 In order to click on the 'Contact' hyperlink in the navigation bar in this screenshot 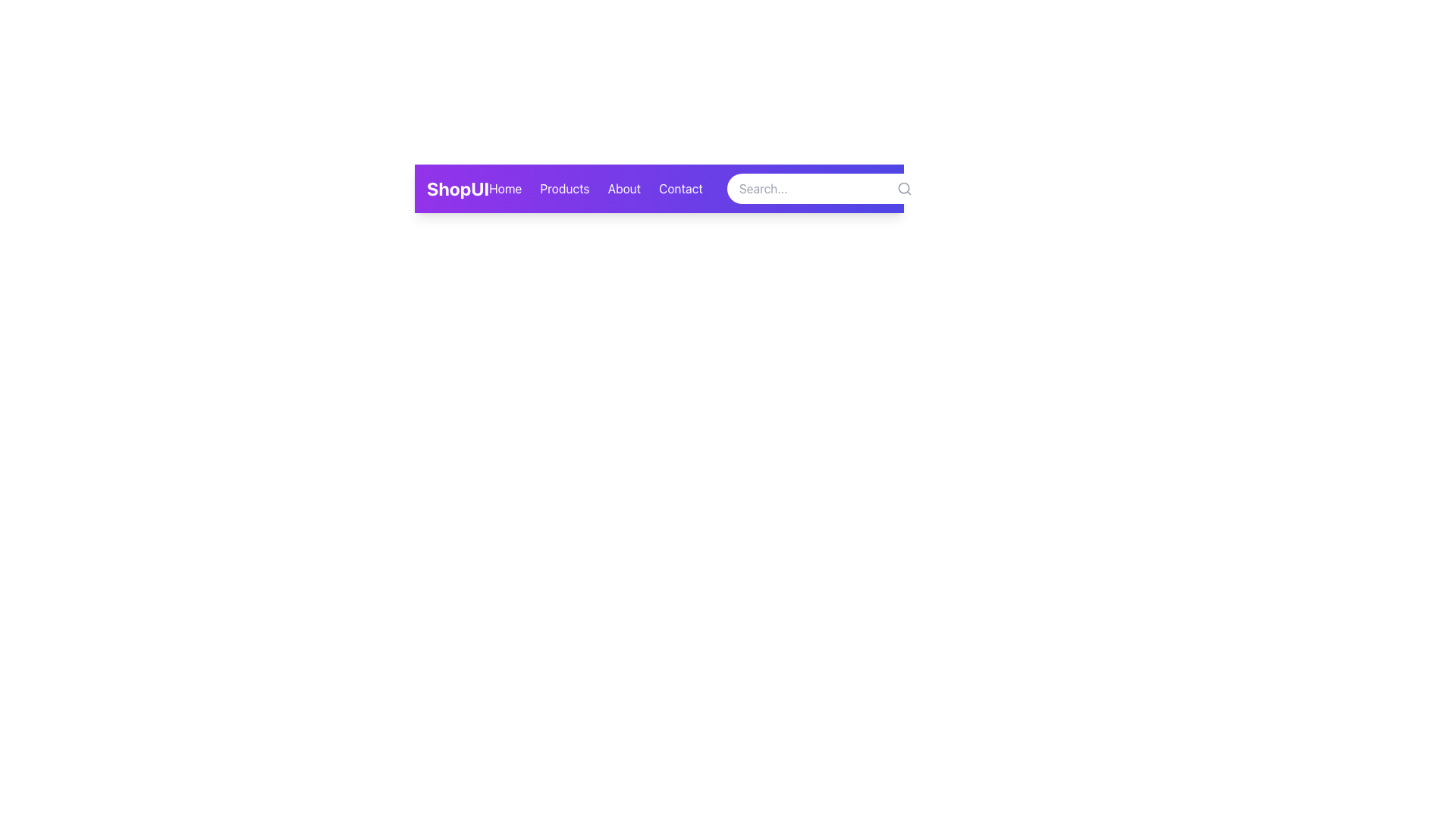, I will do `click(679, 188)`.